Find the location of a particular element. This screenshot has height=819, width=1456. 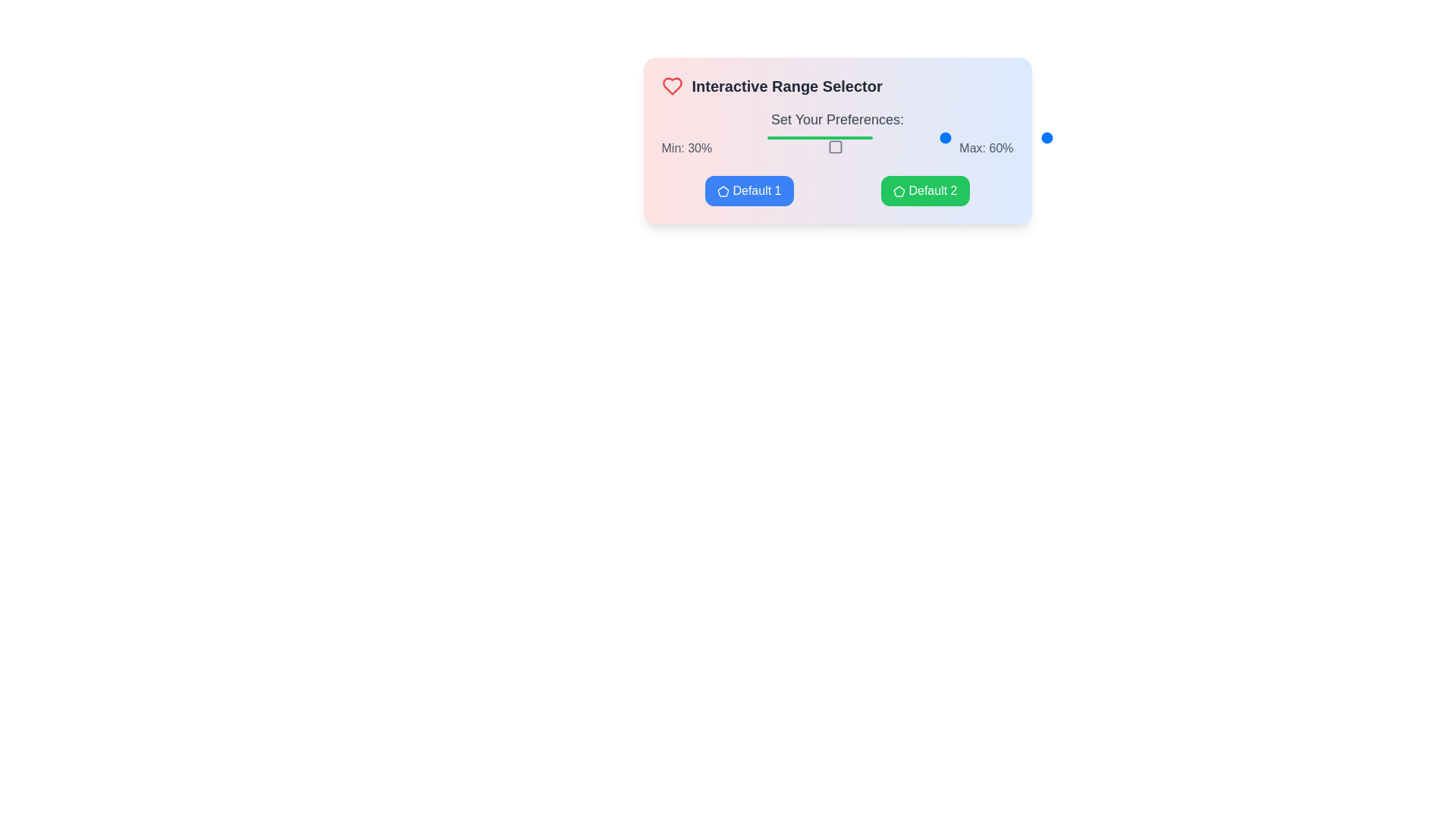

the button labeled 'Default 1' by tabbing to it is located at coordinates (749, 190).